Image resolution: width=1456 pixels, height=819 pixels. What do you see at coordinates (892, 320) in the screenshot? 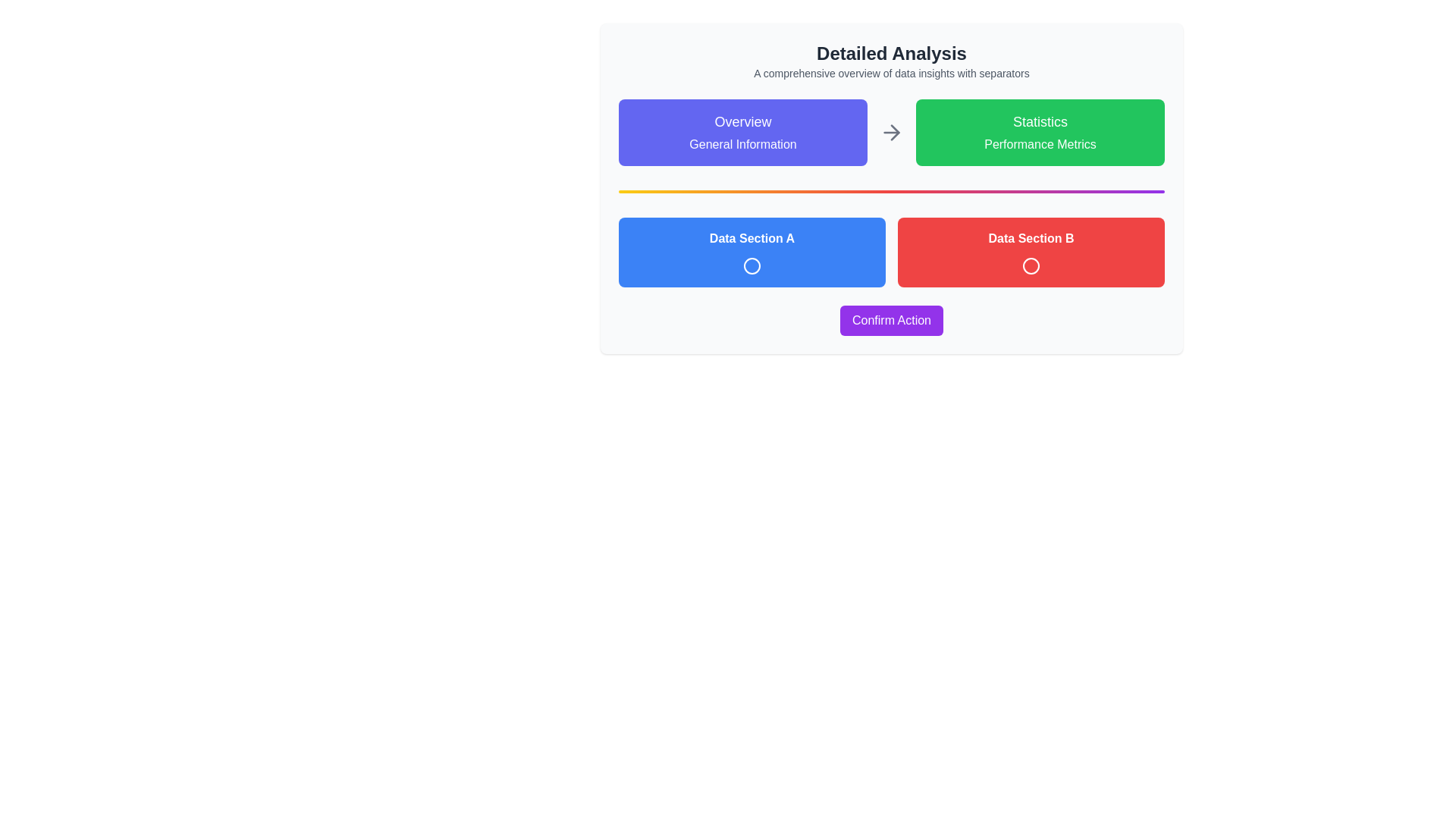
I see `the 'Confirm Action' button with vibrant purple background and white text for keyboard navigation` at bounding box center [892, 320].